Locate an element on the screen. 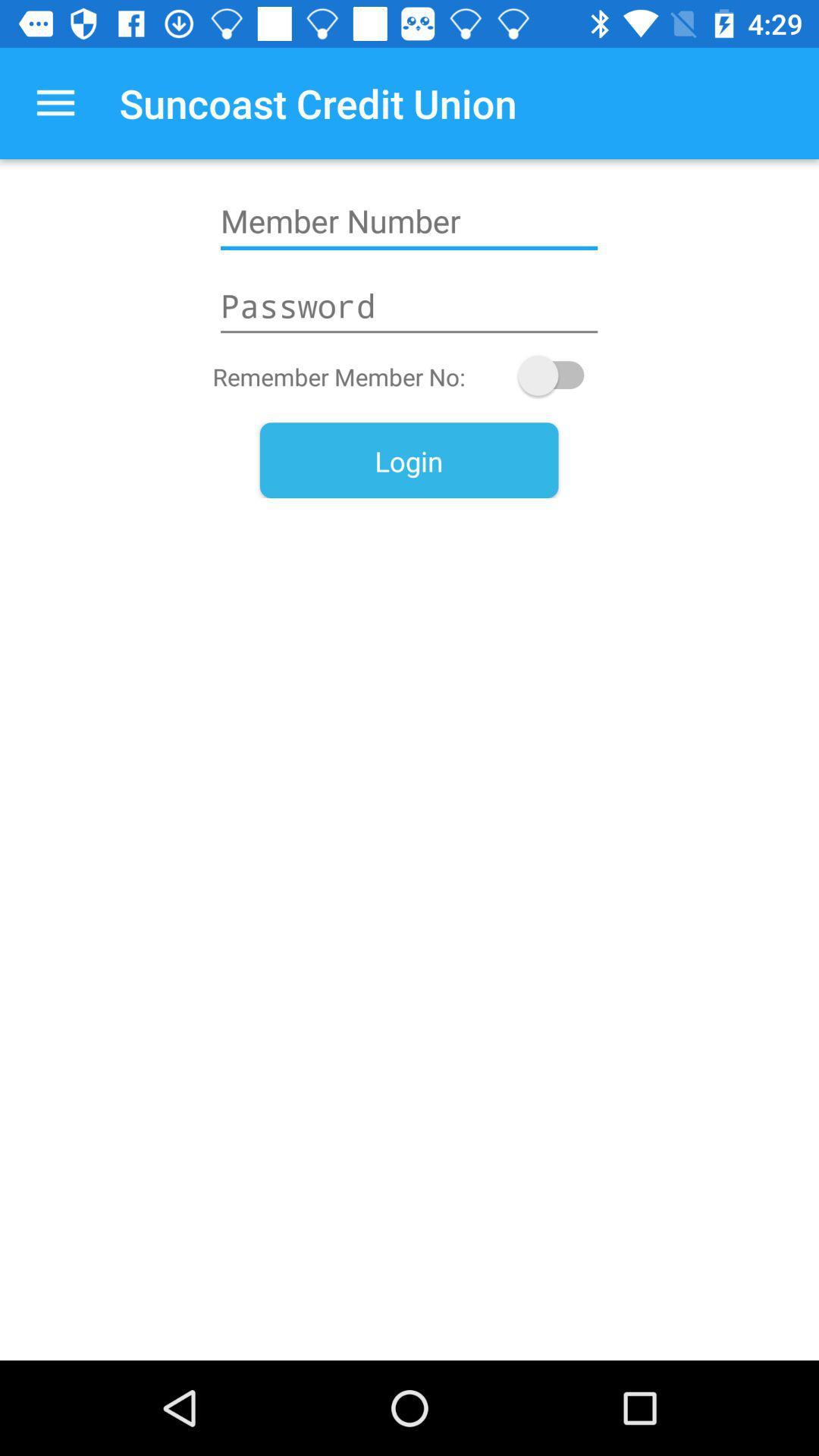 The height and width of the screenshot is (1456, 819). item to the right of the remember member no: is located at coordinates (558, 375).